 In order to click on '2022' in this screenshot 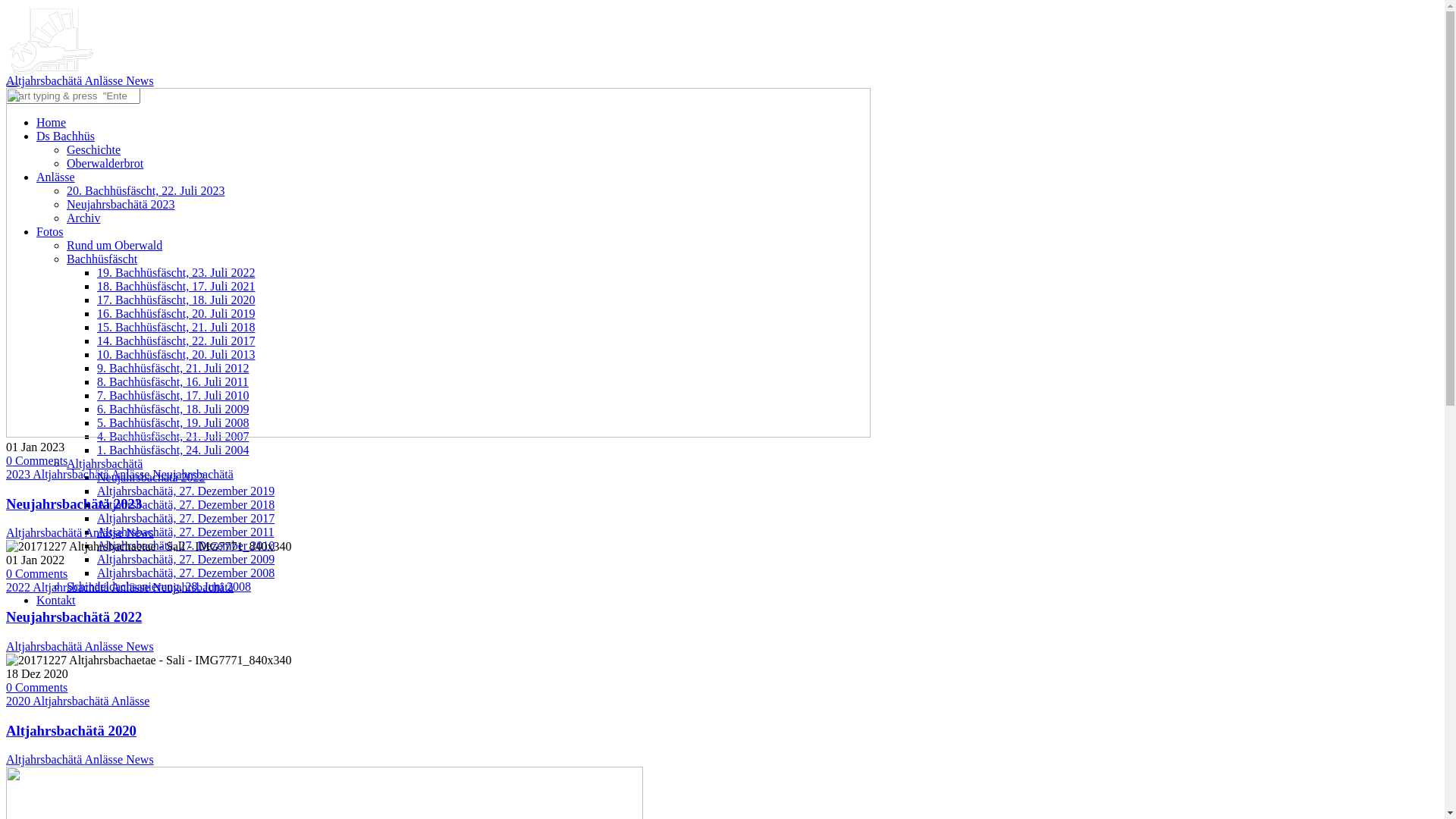, I will do `click(19, 586)`.